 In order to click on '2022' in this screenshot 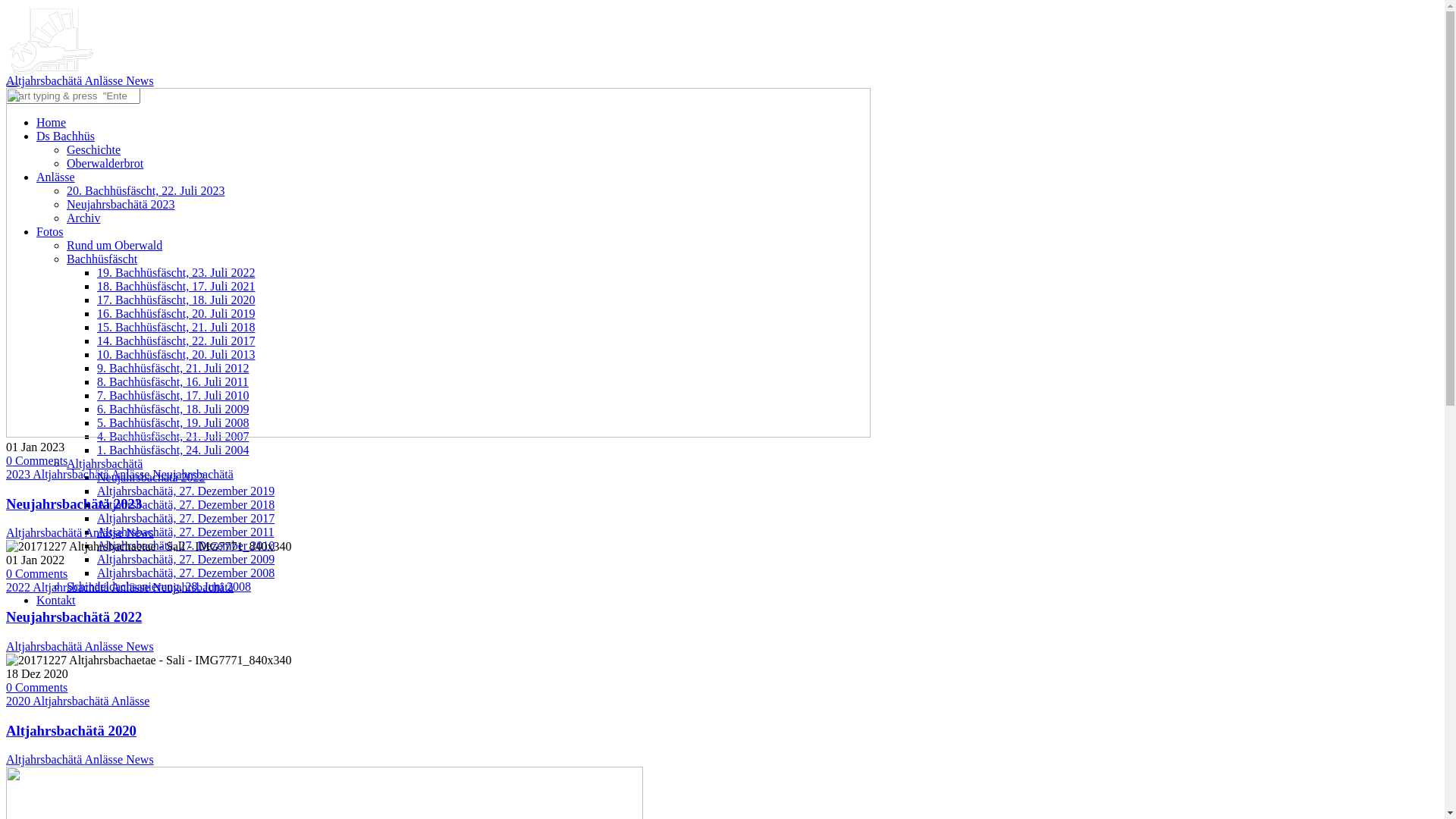, I will do `click(19, 586)`.